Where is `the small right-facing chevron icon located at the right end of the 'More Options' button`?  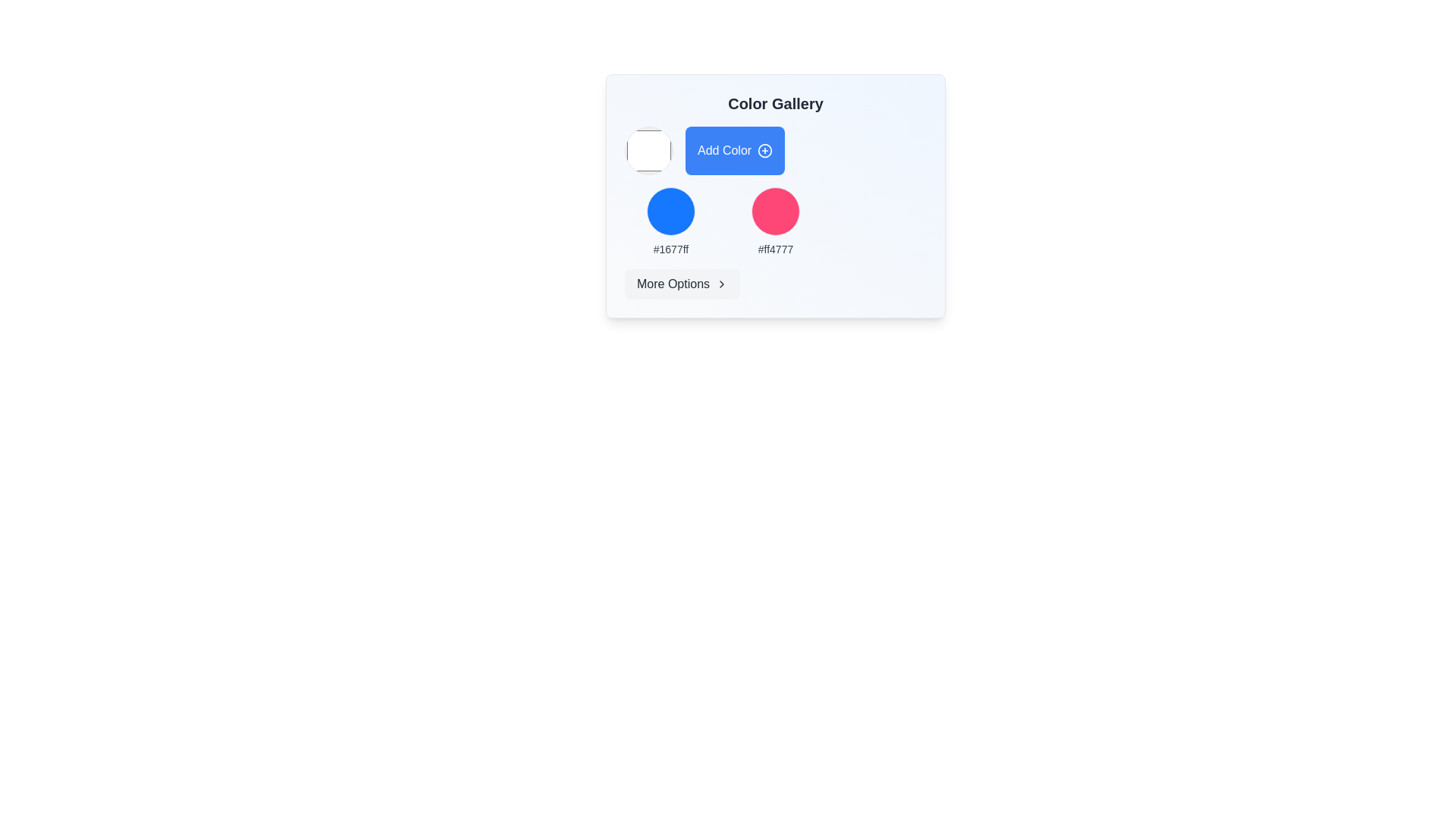 the small right-facing chevron icon located at the right end of the 'More Options' button is located at coordinates (721, 284).